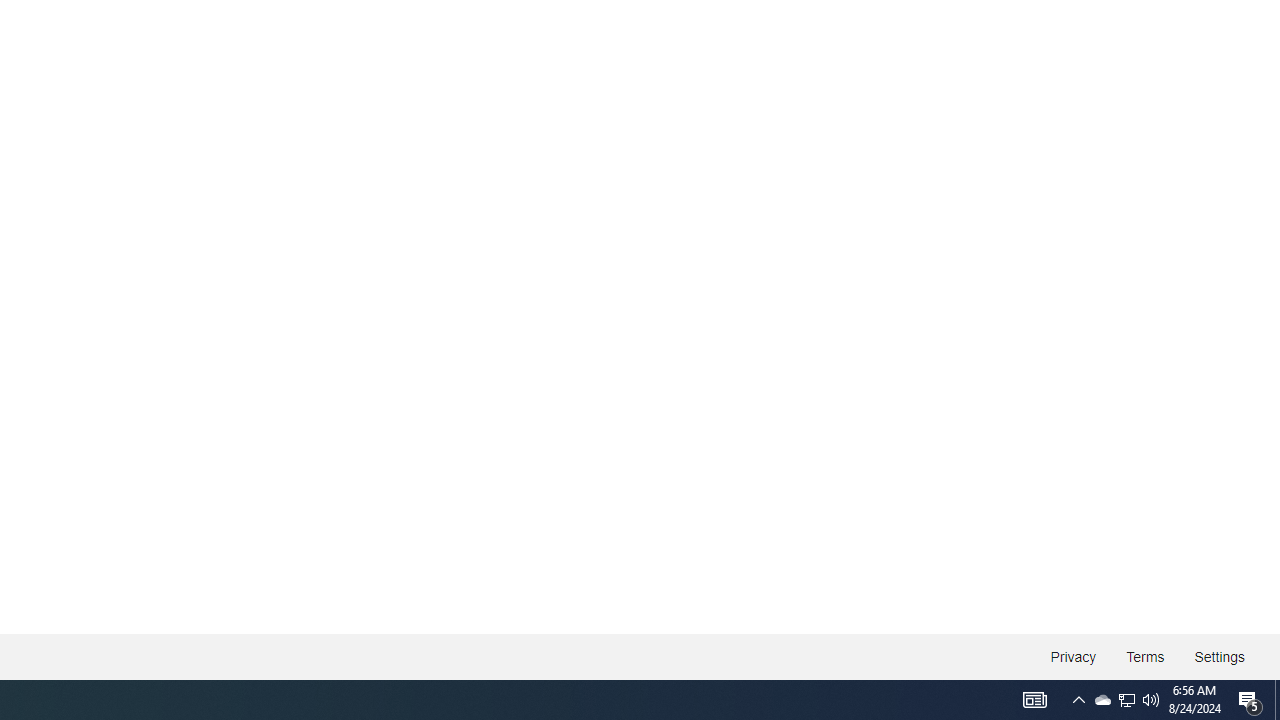 This screenshot has height=720, width=1280. What do you see at coordinates (1218, 657) in the screenshot?
I see `'Settings'` at bounding box center [1218, 657].